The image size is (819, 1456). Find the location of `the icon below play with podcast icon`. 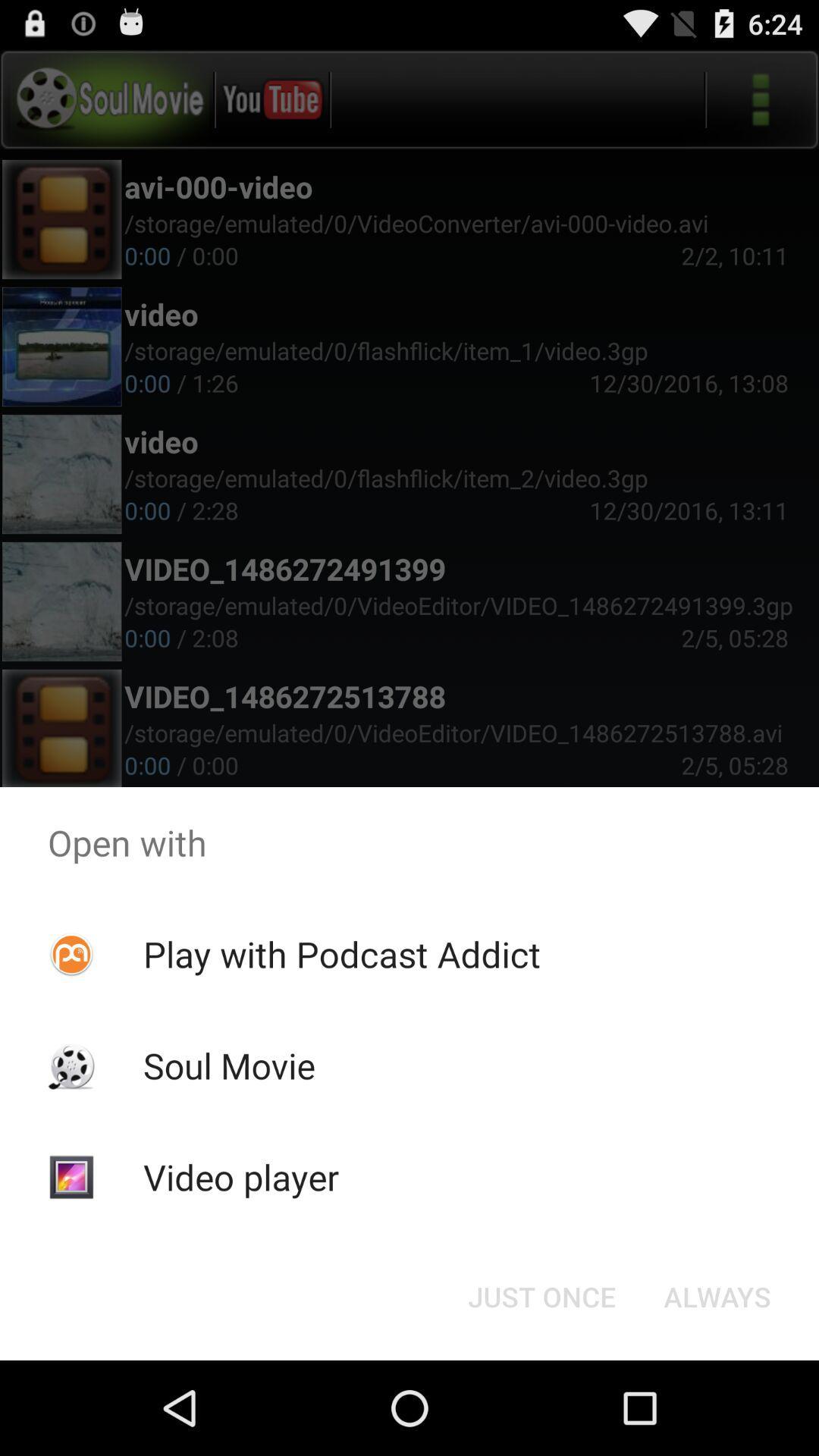

the icon below play with podcast icon is located at coordinates (229, 1065).